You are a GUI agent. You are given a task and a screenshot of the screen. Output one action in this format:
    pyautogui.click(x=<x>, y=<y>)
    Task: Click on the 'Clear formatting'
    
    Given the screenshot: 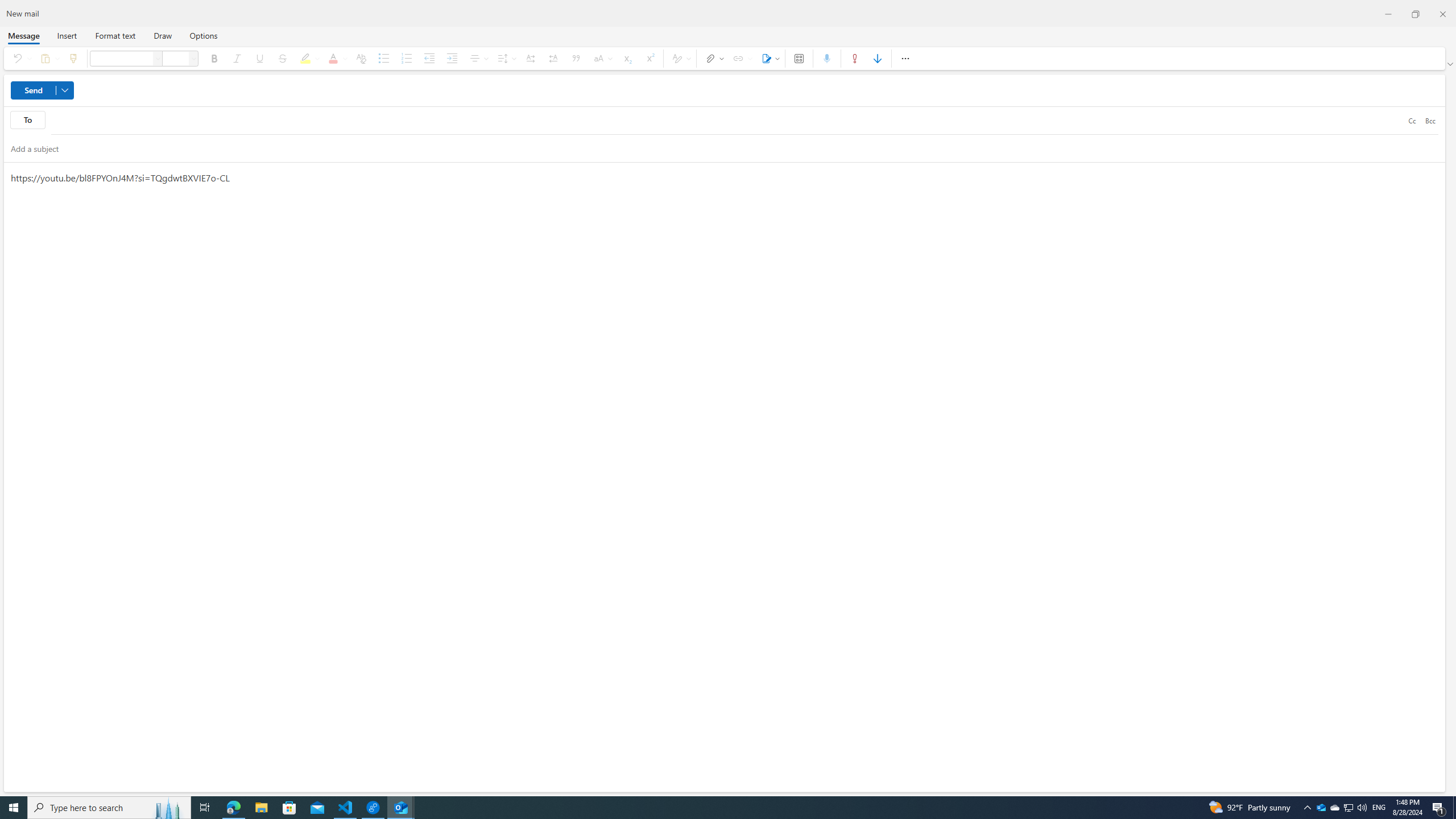 What is the action you would take?
    pyautogui.click(x=360, y=58)
    